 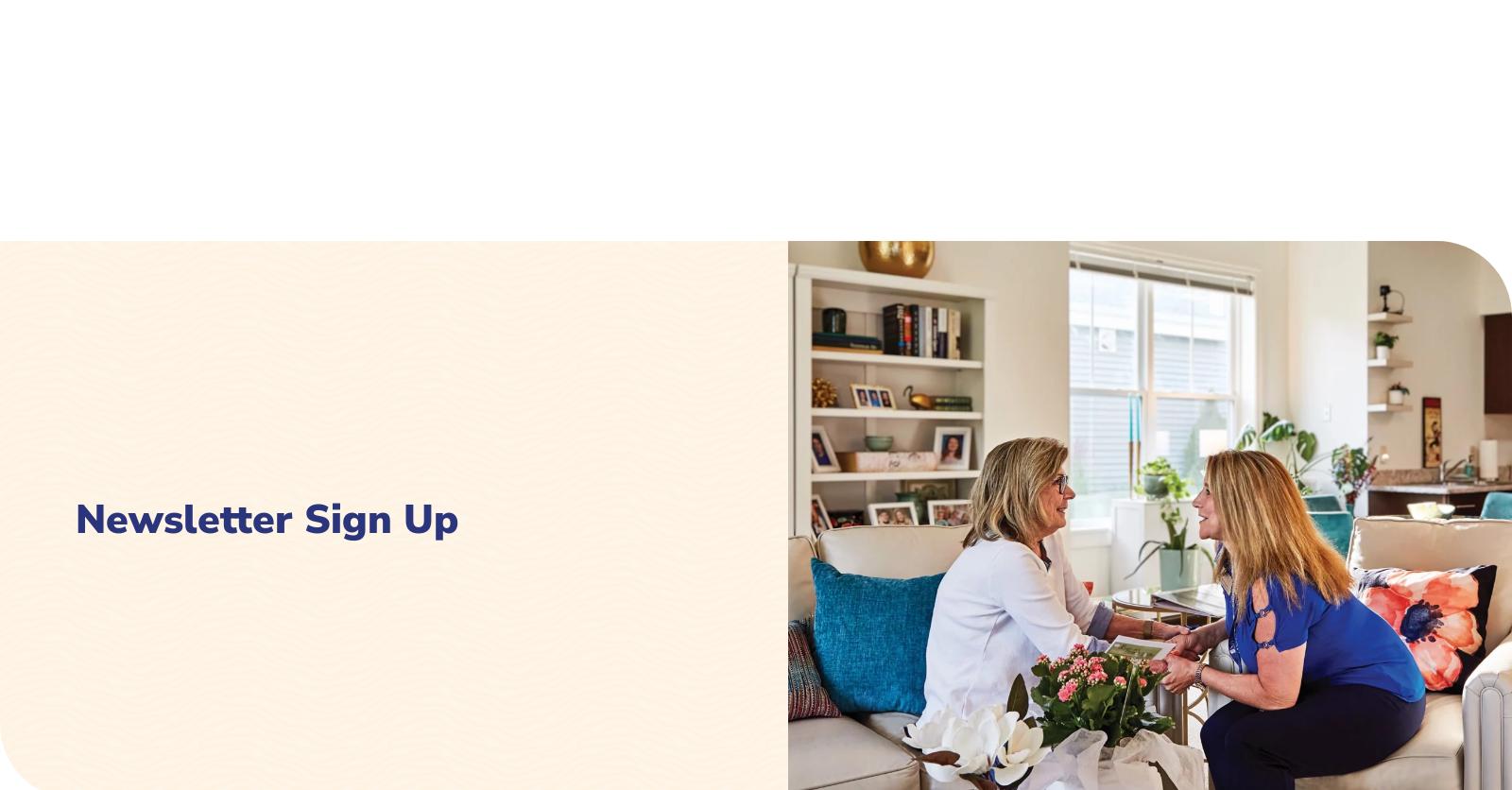 What do you see at coordinates (1094, 379) in the screenshot?
I see `'Hospice Volunteer Contact Note'` at bounding box center [1094, 379].